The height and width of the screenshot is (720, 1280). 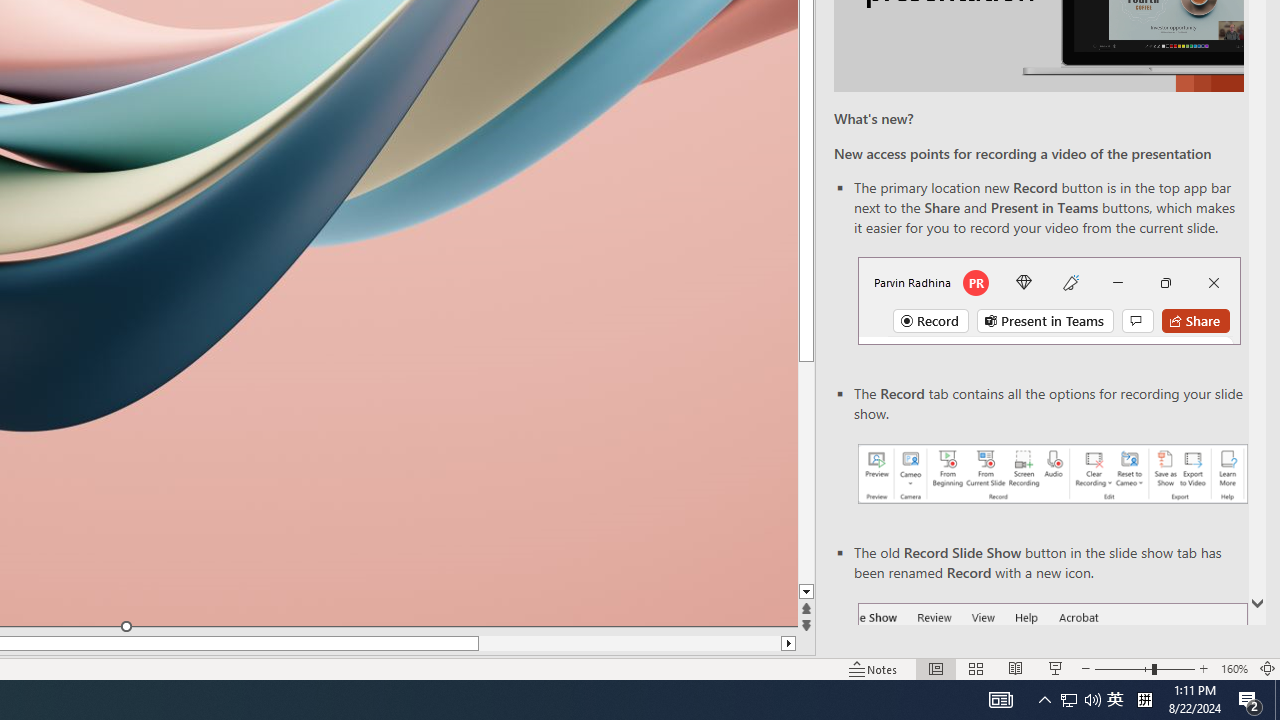 What do you see at coordinates (1015, 669) in the screenshot?
I see `'Reading View'` at bounding box center [1015, 669].